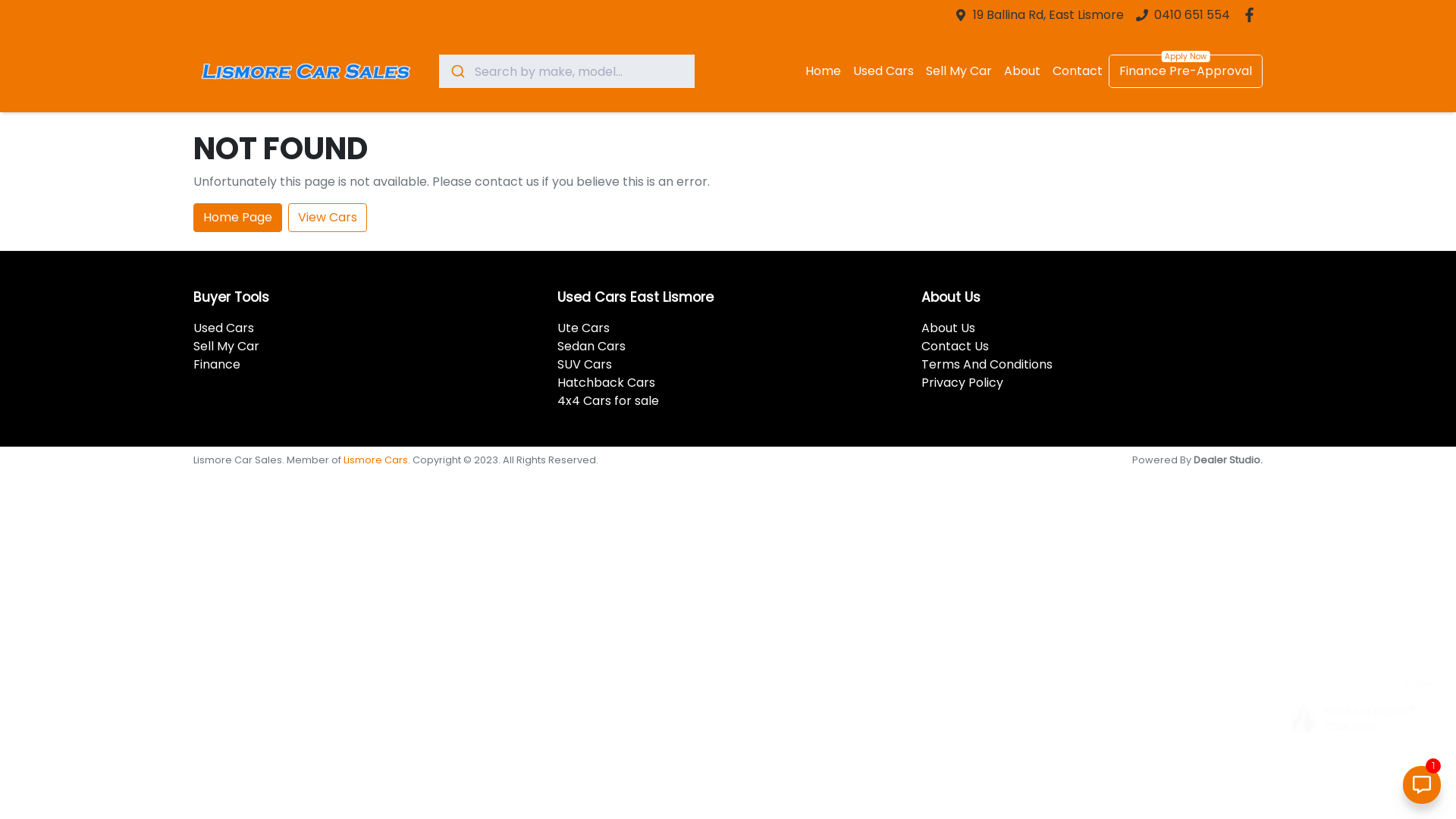 The height and width of the screenshot is (819, 1456). I want to click on 'Submit', so click(456, 71).